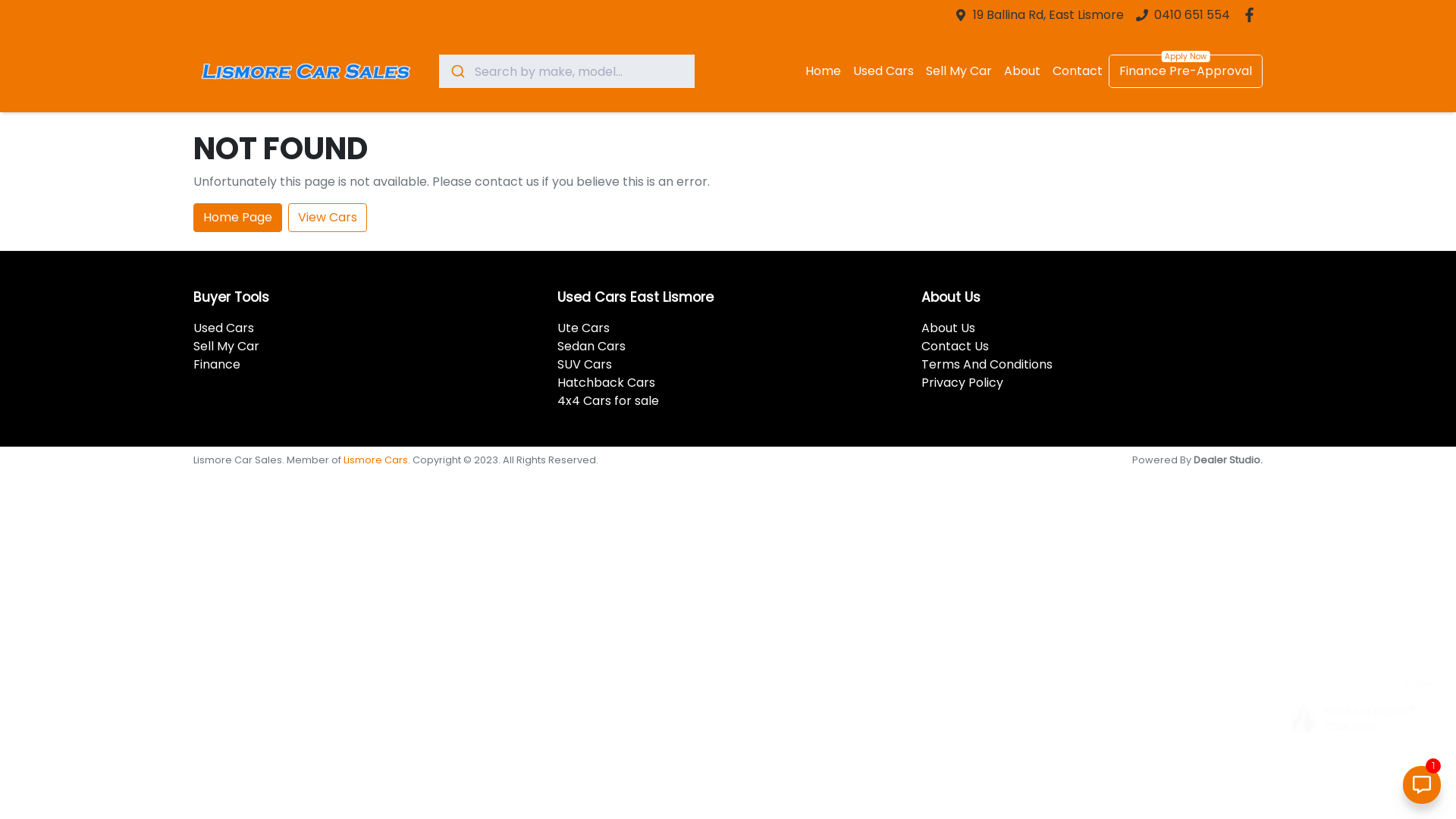 The height and width of the screenshot is (819, 1456). I want to click on 'Submit', so click(456, 71).